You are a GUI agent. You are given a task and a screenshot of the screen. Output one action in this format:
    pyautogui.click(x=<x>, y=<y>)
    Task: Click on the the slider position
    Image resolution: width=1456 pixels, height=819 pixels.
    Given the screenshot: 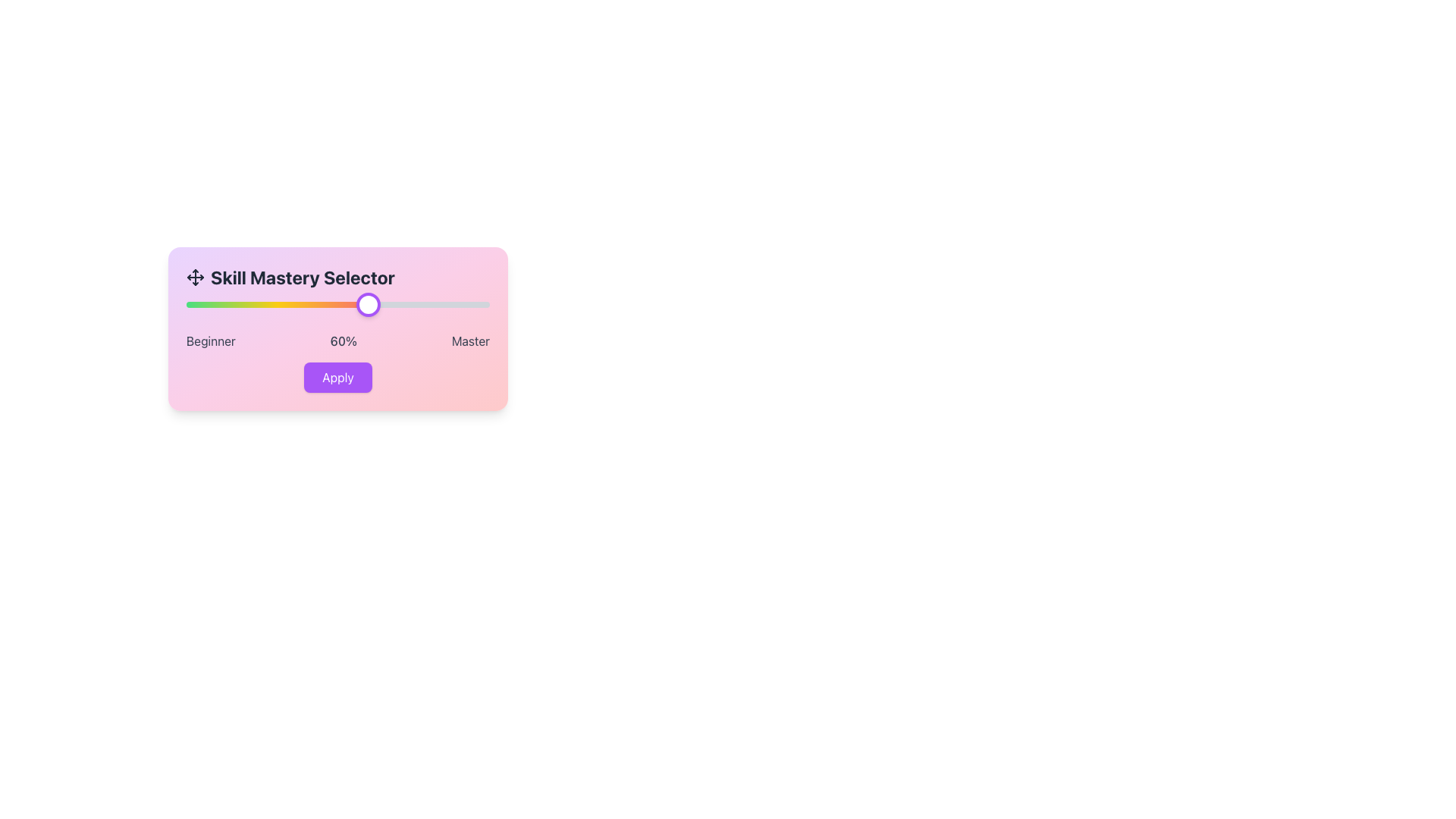 What is the action you would take?
    pyautogui.click(x=432, y=304)
    